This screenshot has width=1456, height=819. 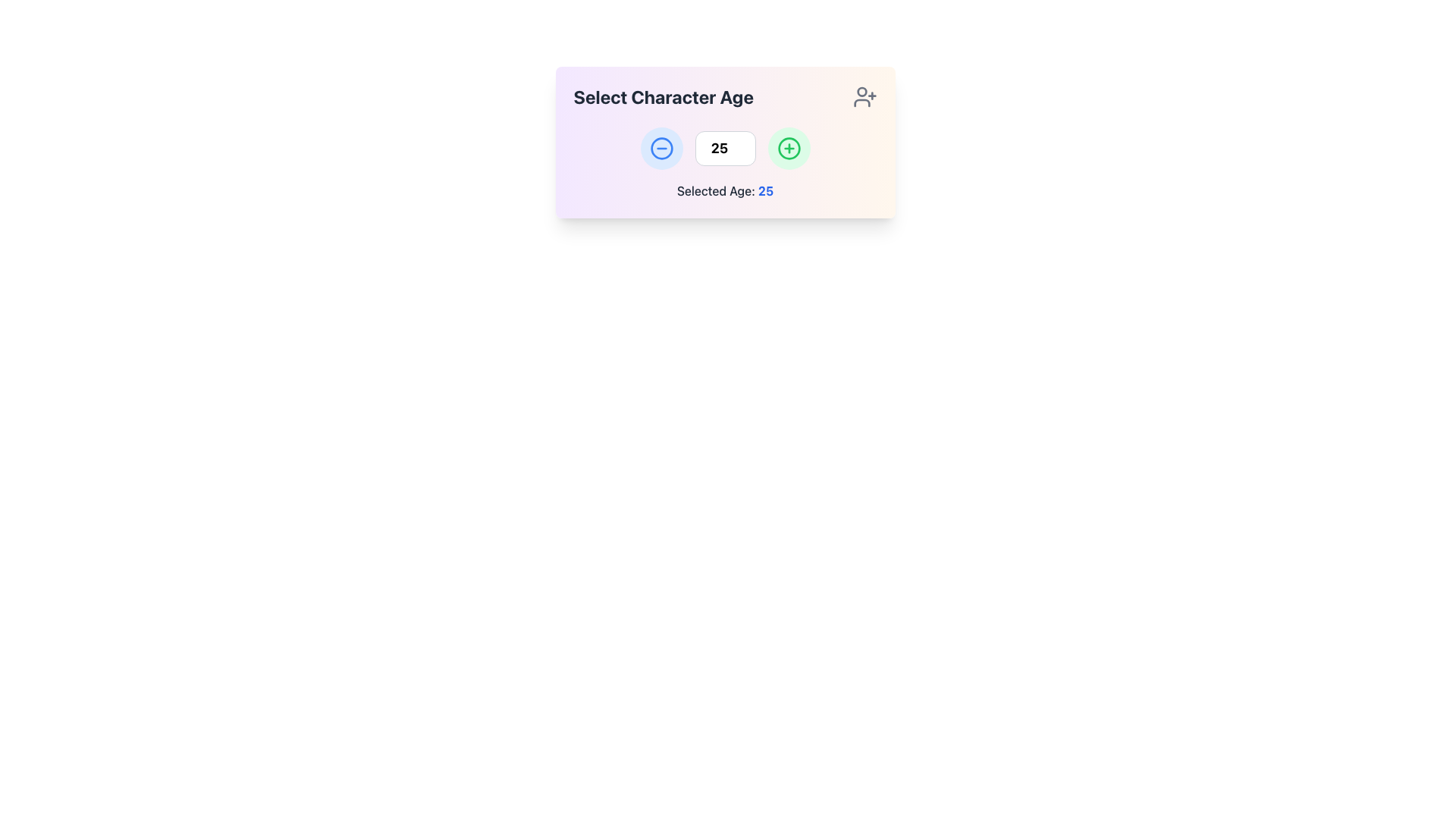 What do you see at coordinates (789, 149) in the screenshot?
I see `the increment button located in the bottom-right corner of the 'Select Character Age' card to increase the age value displayed in the adjacent box` at bounding box center [789, 149].